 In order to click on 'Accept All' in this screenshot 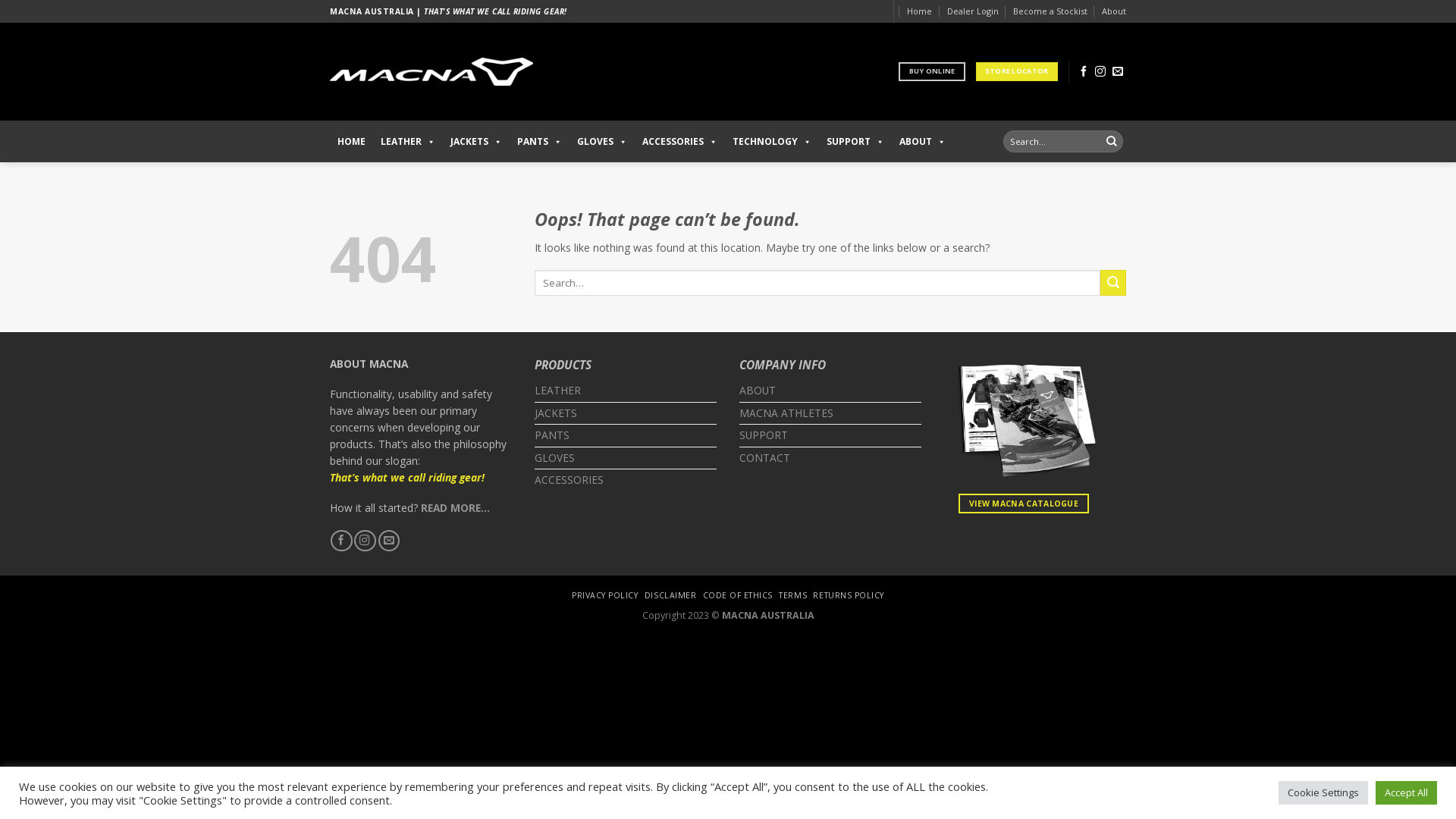, I will do `click(1405, 792)`.